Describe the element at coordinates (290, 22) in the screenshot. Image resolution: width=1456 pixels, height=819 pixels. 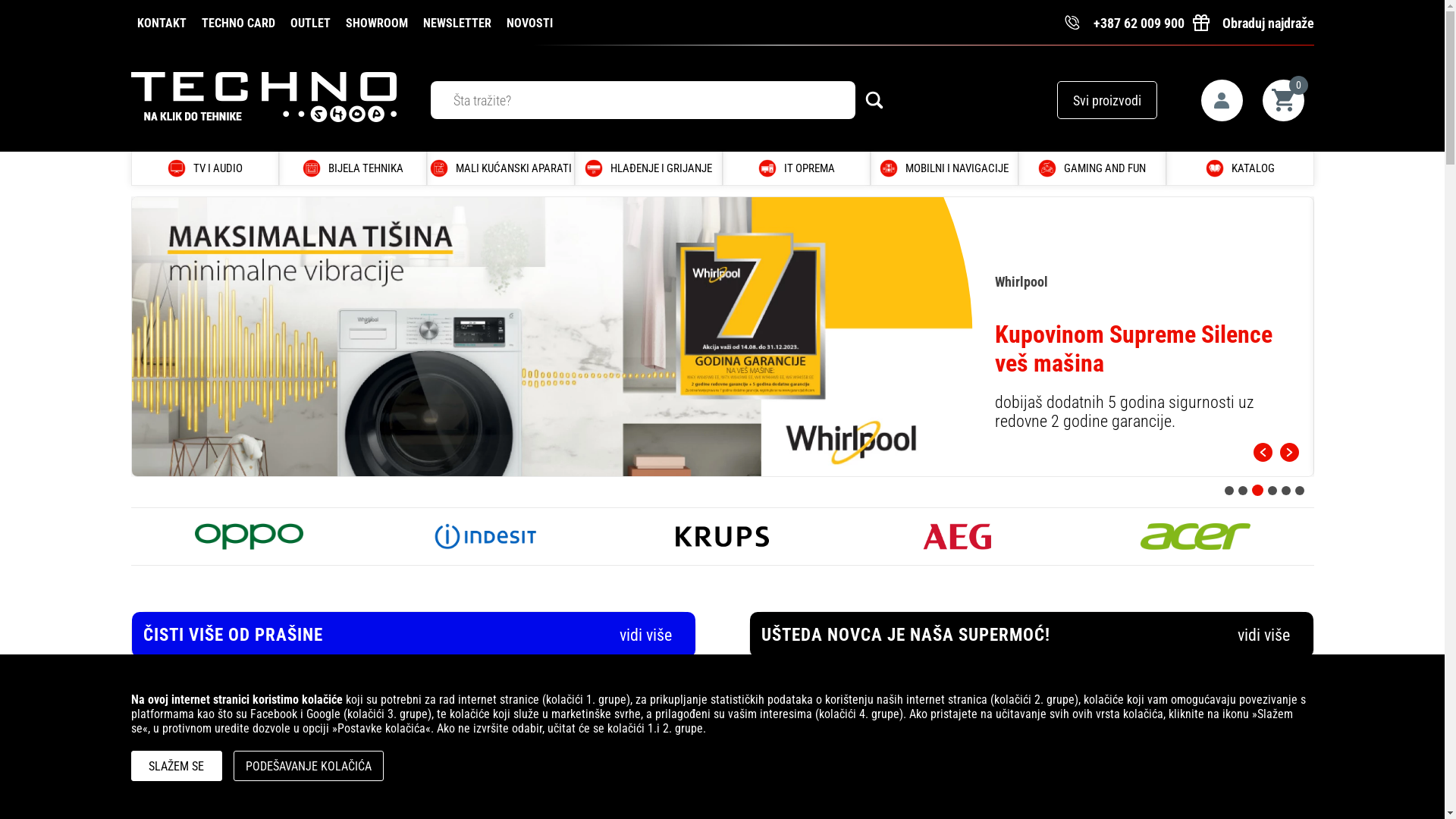
I see `'OUTLET'` at that location.